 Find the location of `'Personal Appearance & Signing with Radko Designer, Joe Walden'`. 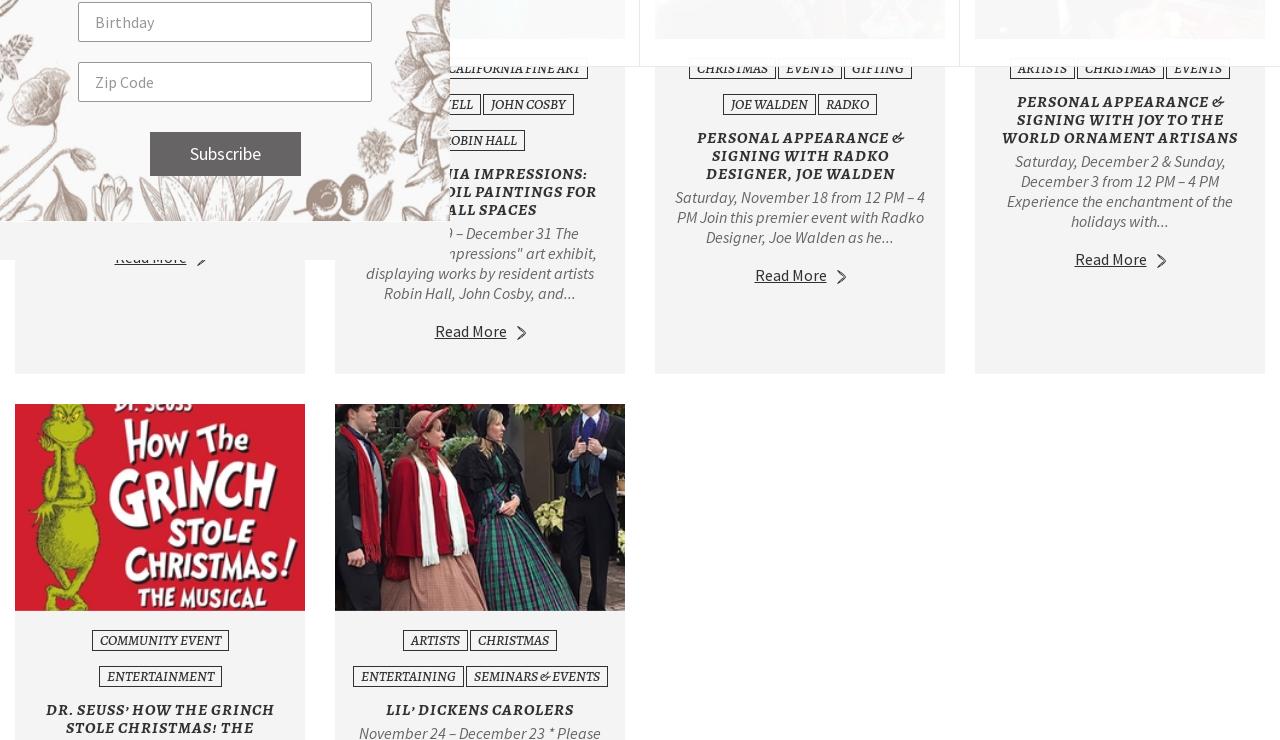

'Personal Appearance & Signing with Radko Designer, Joe Walden' is located at coordinates (798, 155).